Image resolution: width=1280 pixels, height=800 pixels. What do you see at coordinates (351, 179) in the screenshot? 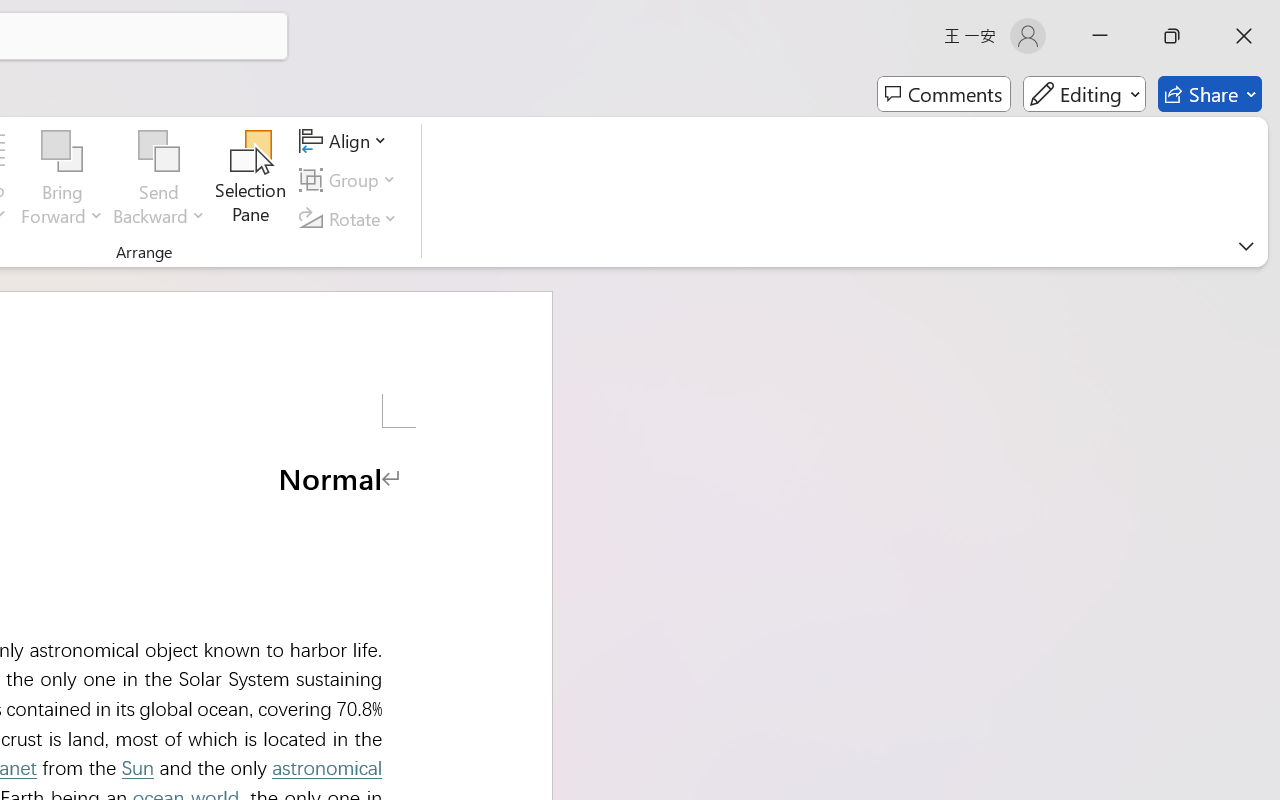
I see `'Group'` at bounding box center [351, 179].